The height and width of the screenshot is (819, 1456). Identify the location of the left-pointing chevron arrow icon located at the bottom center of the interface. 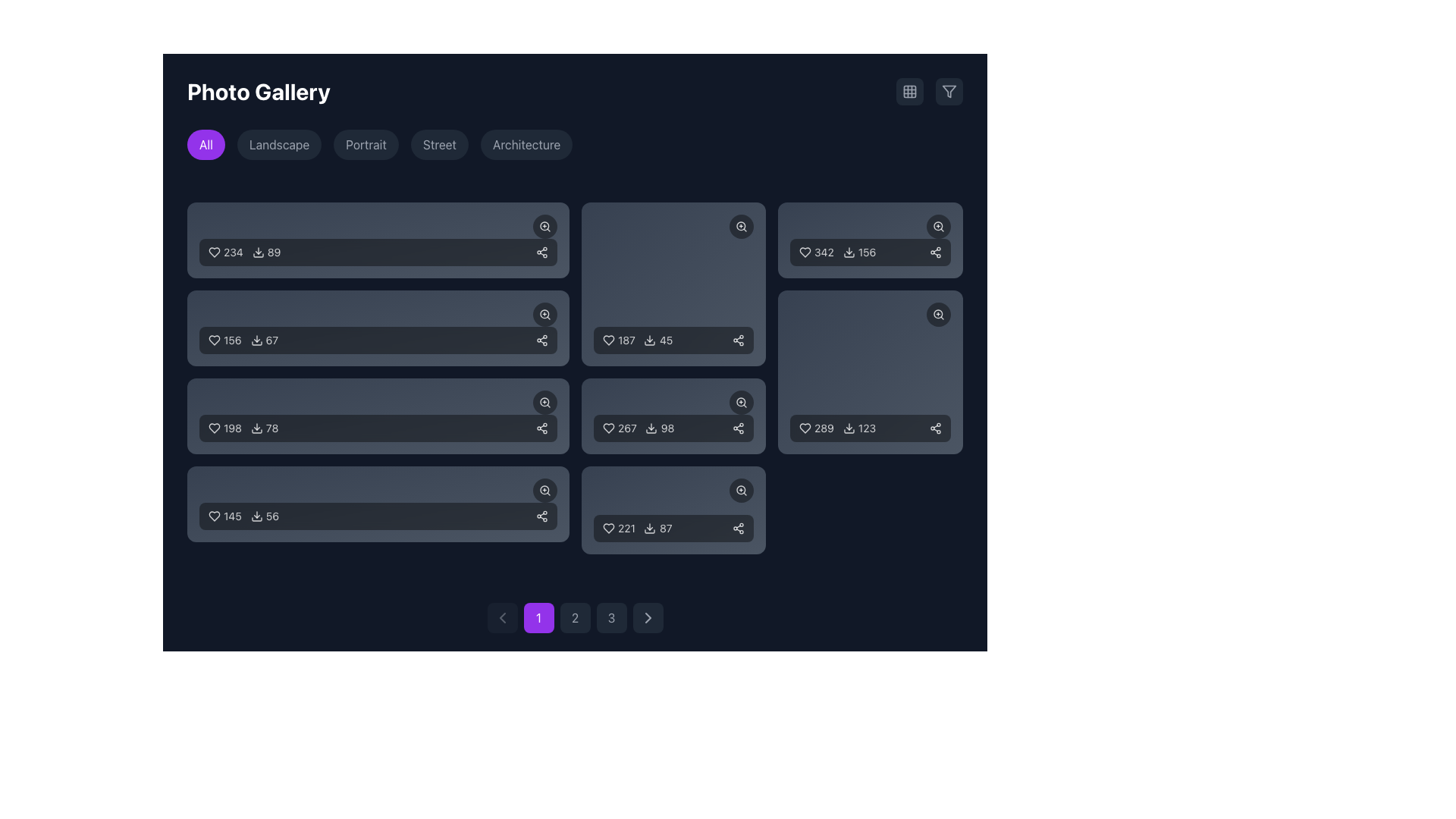
(502, 617).